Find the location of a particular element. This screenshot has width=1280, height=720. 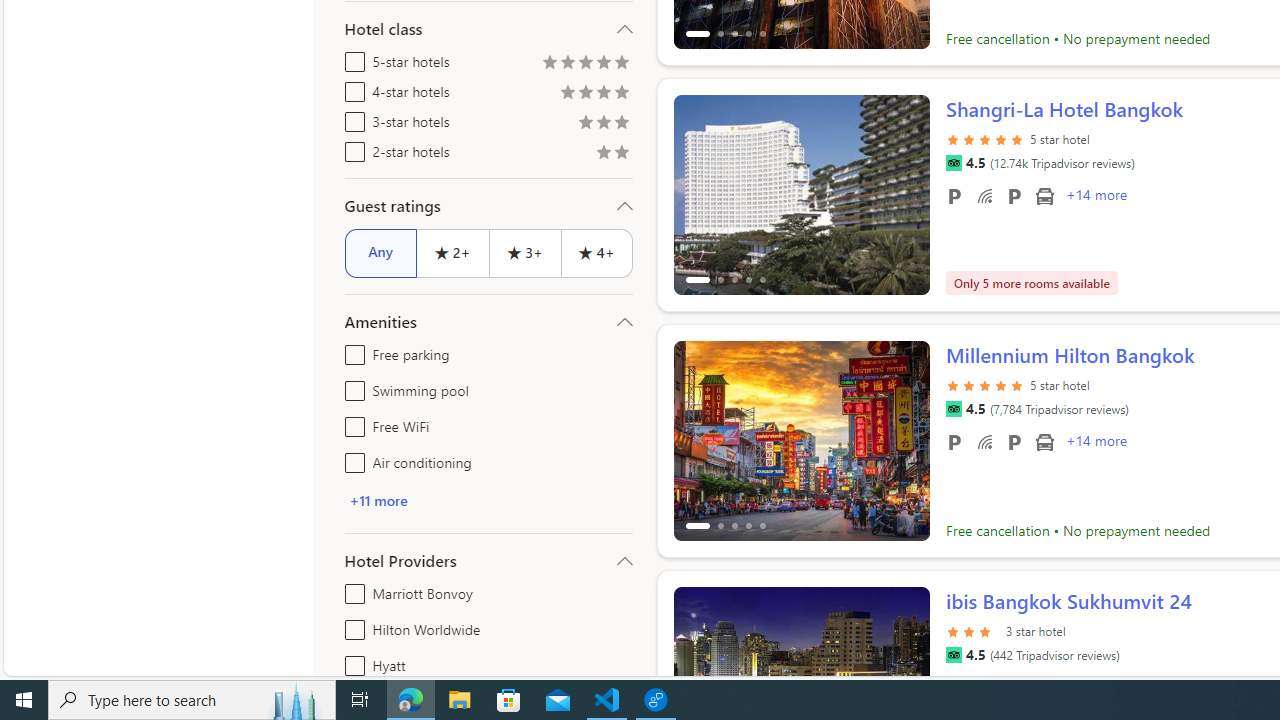

'Amenities' is located at coordinates (488, 320).